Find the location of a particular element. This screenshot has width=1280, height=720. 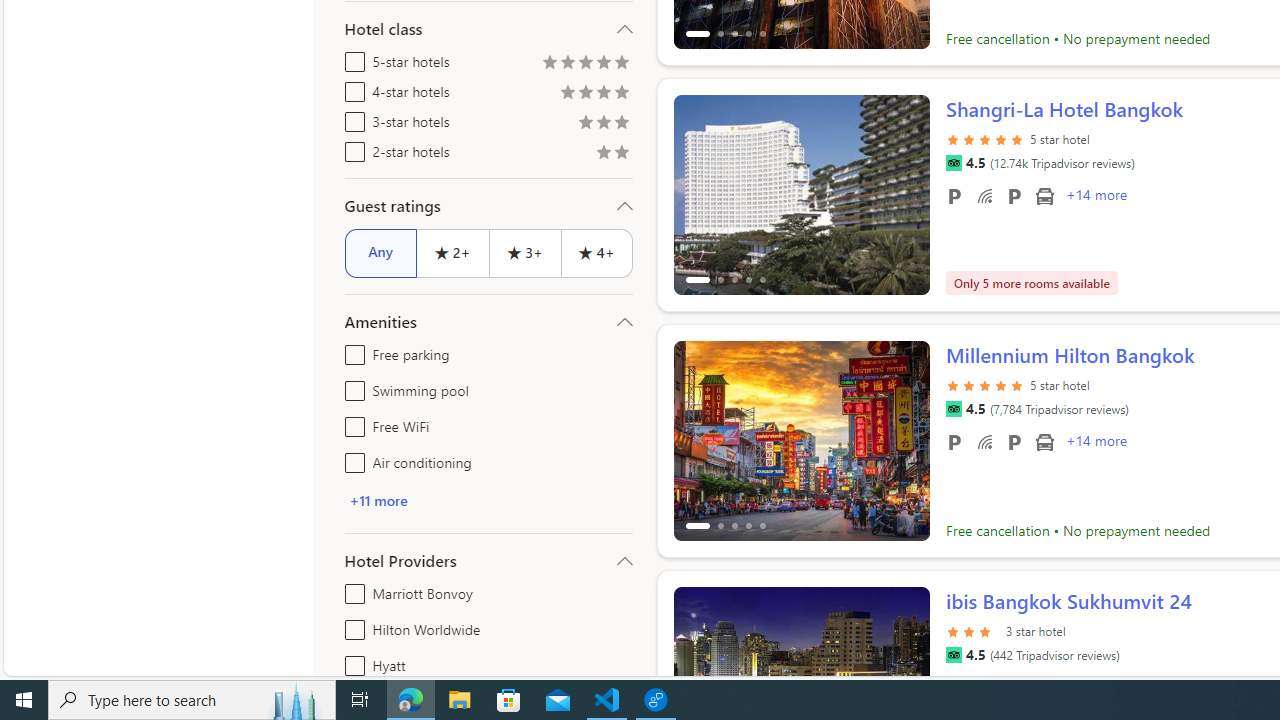

'Amenities' is located at coordinates (488, 320).